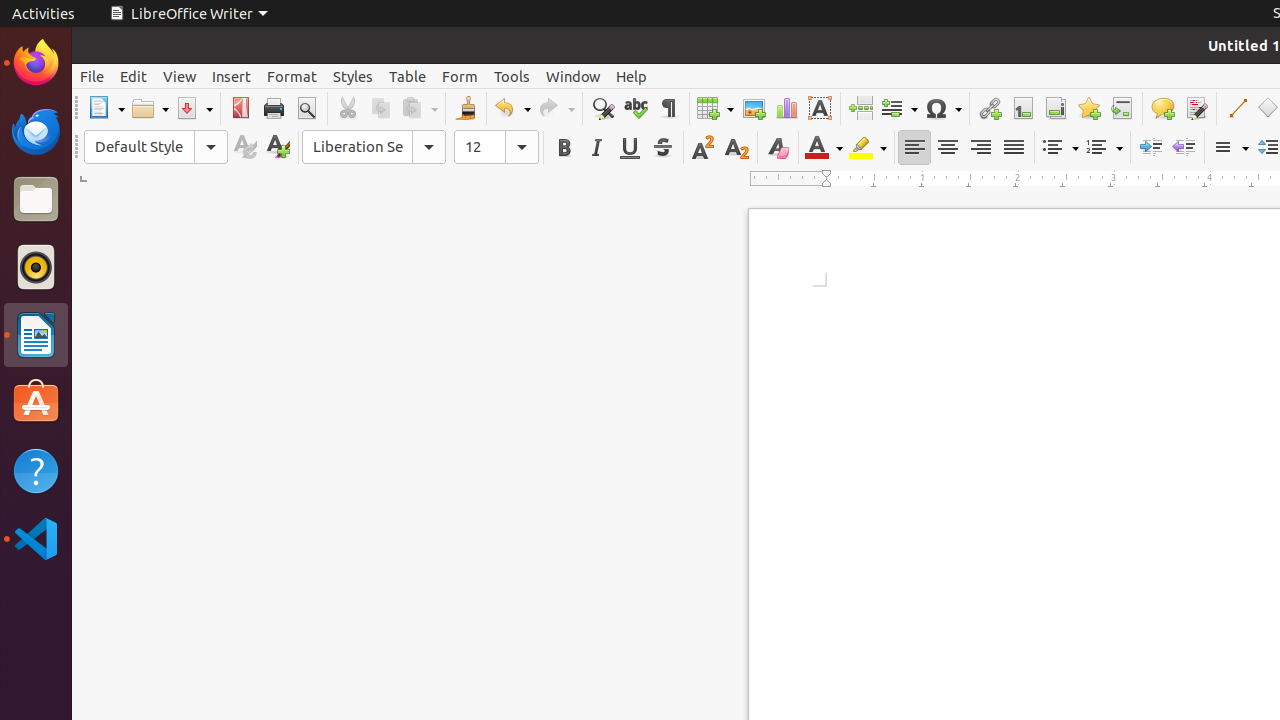  I want to click on 'Print', so click(272, 108).